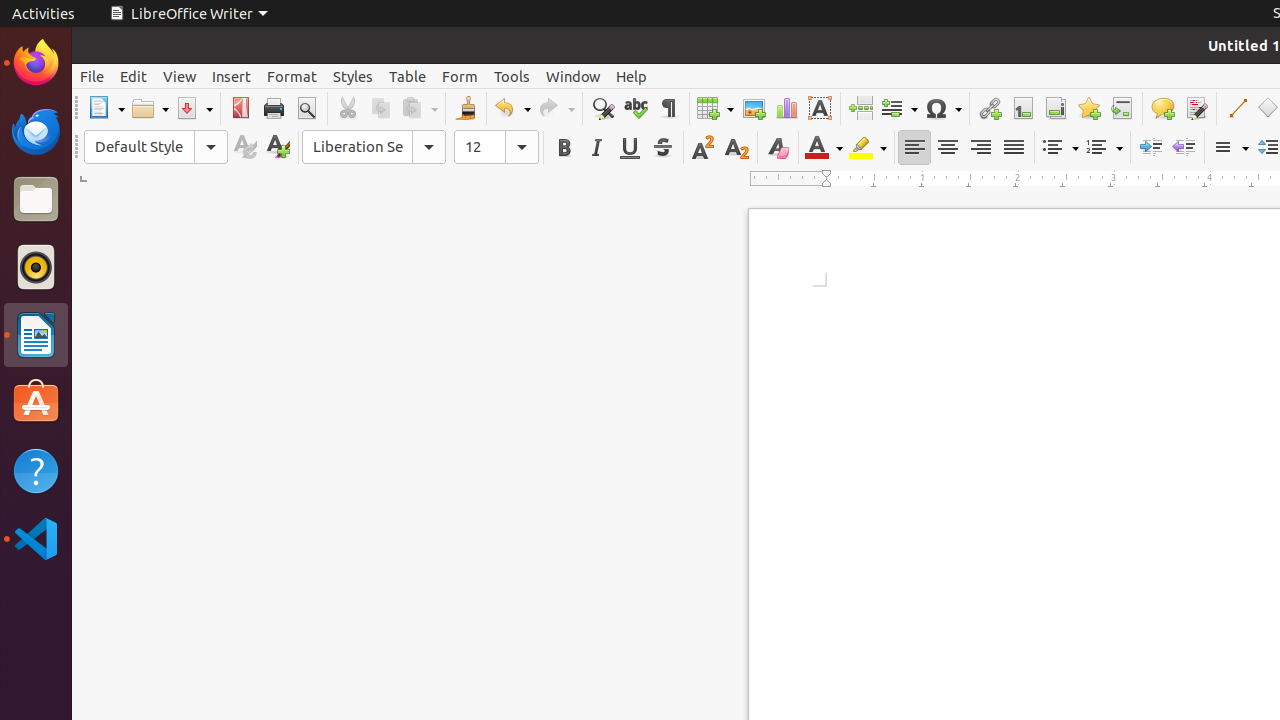  I want to click on 'Print', so click(272, 108).